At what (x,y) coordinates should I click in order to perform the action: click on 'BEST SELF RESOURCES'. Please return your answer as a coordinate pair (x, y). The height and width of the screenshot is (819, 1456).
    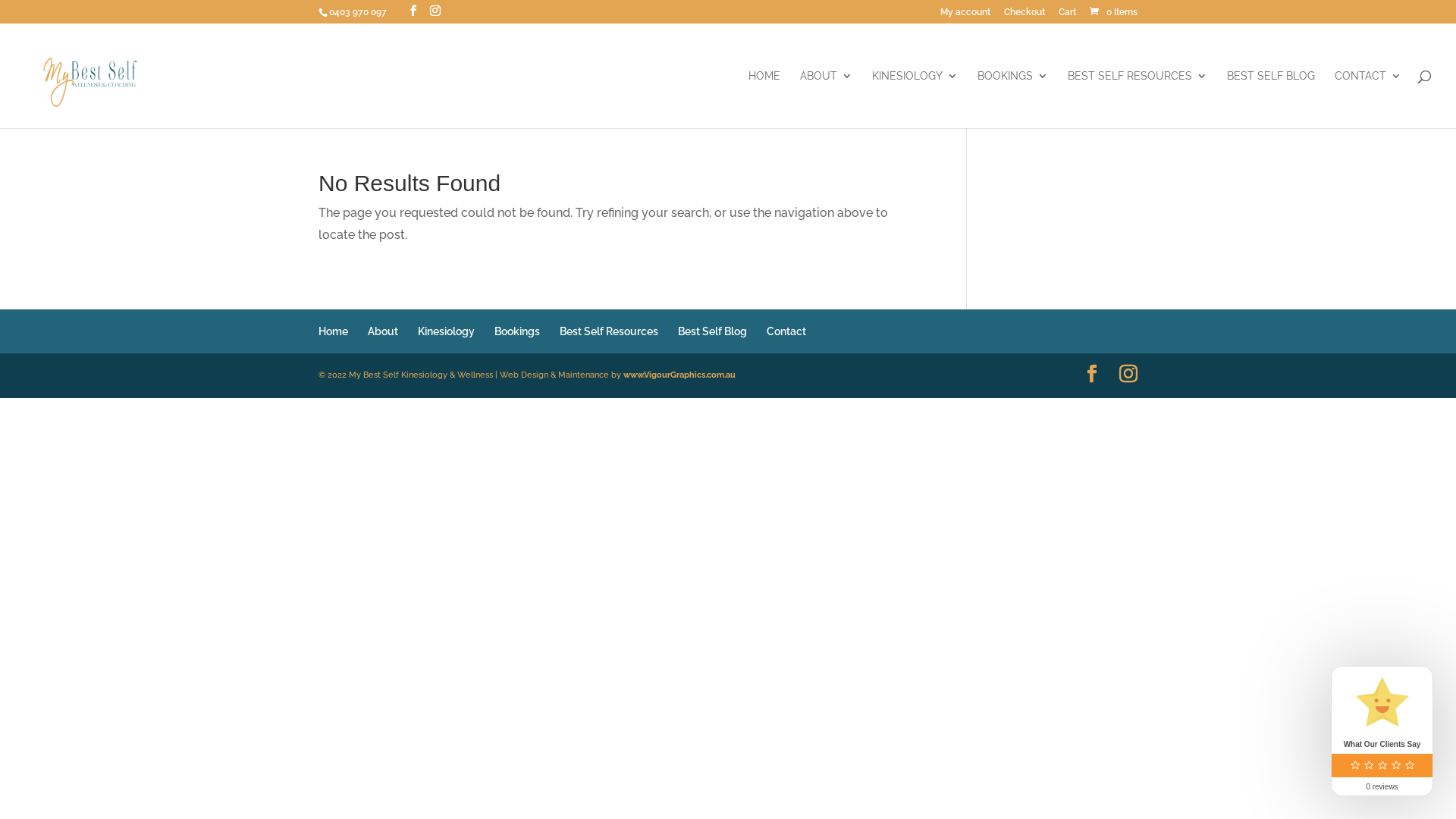
    Looking at the image, I should click on (1066, 99).